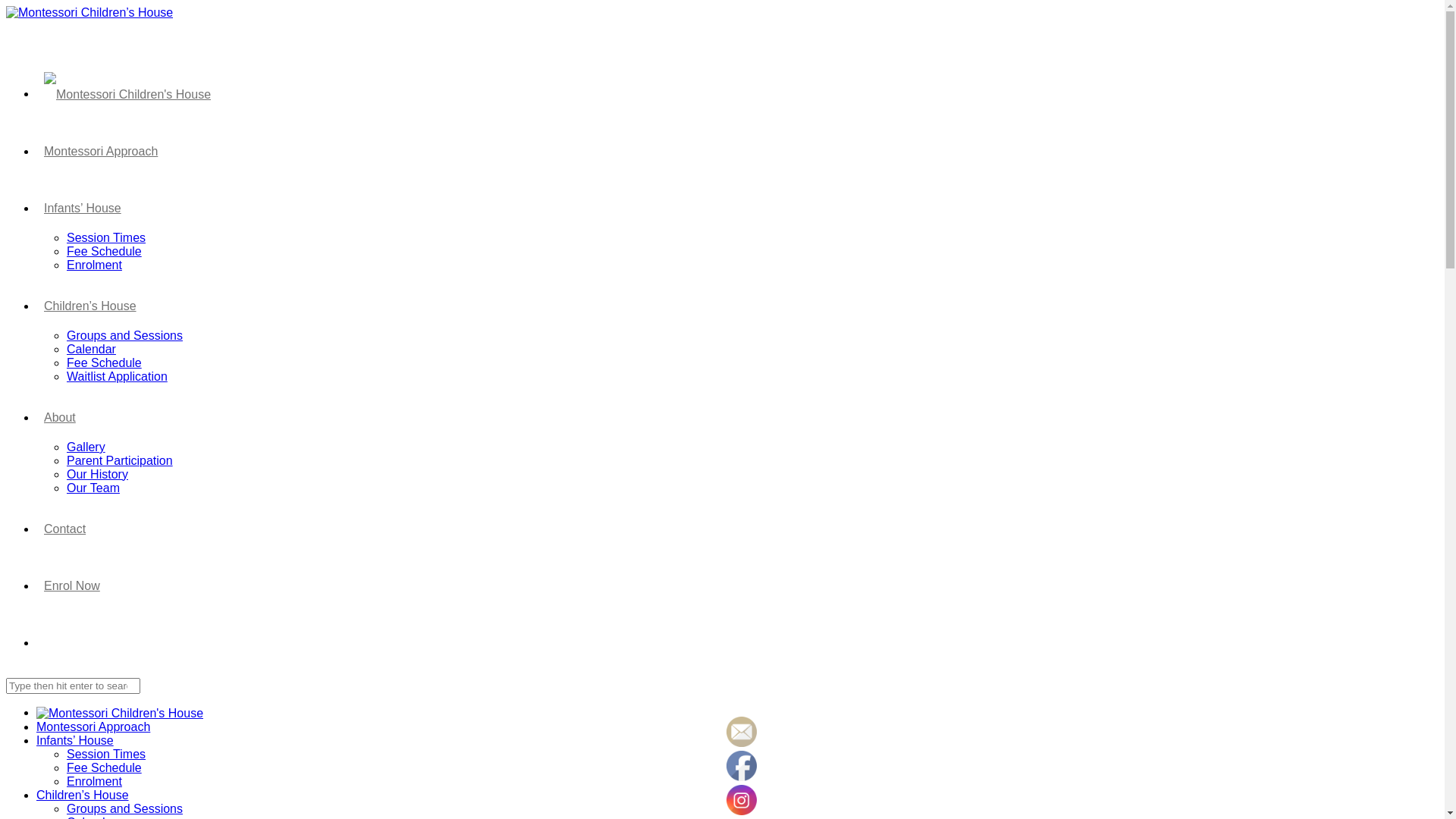 This screenshot has height=819, width=1456. Describe the element at coordinates (93, 488) in the screenshot. I see `'Our Team'` at that location.